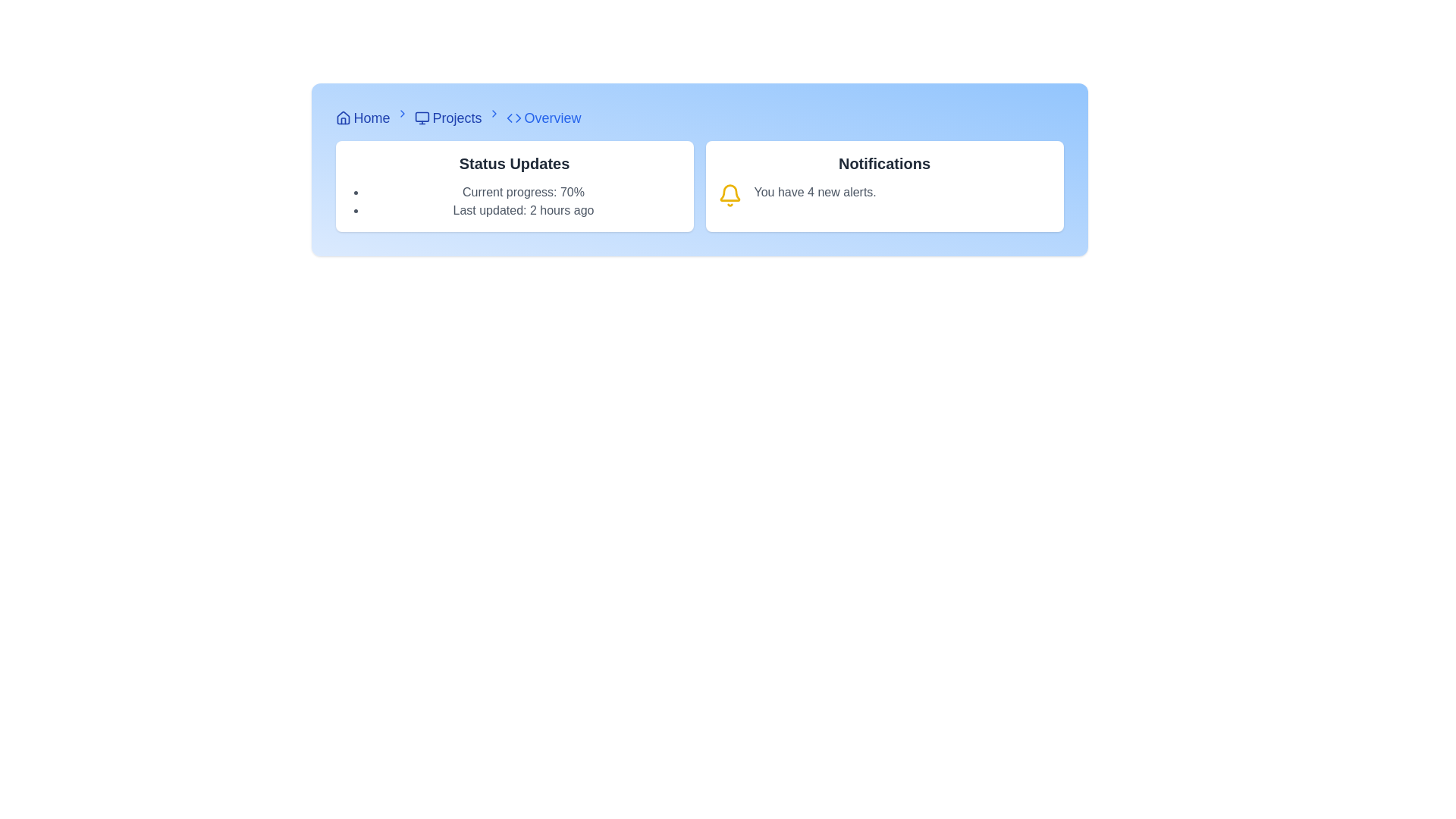 This screenshot has width=1456, height=819. I want to click on the third icon in the breadcrumb navigation bar, which separates the 'Projects' and 'Overview' text links, so click(494, 113).